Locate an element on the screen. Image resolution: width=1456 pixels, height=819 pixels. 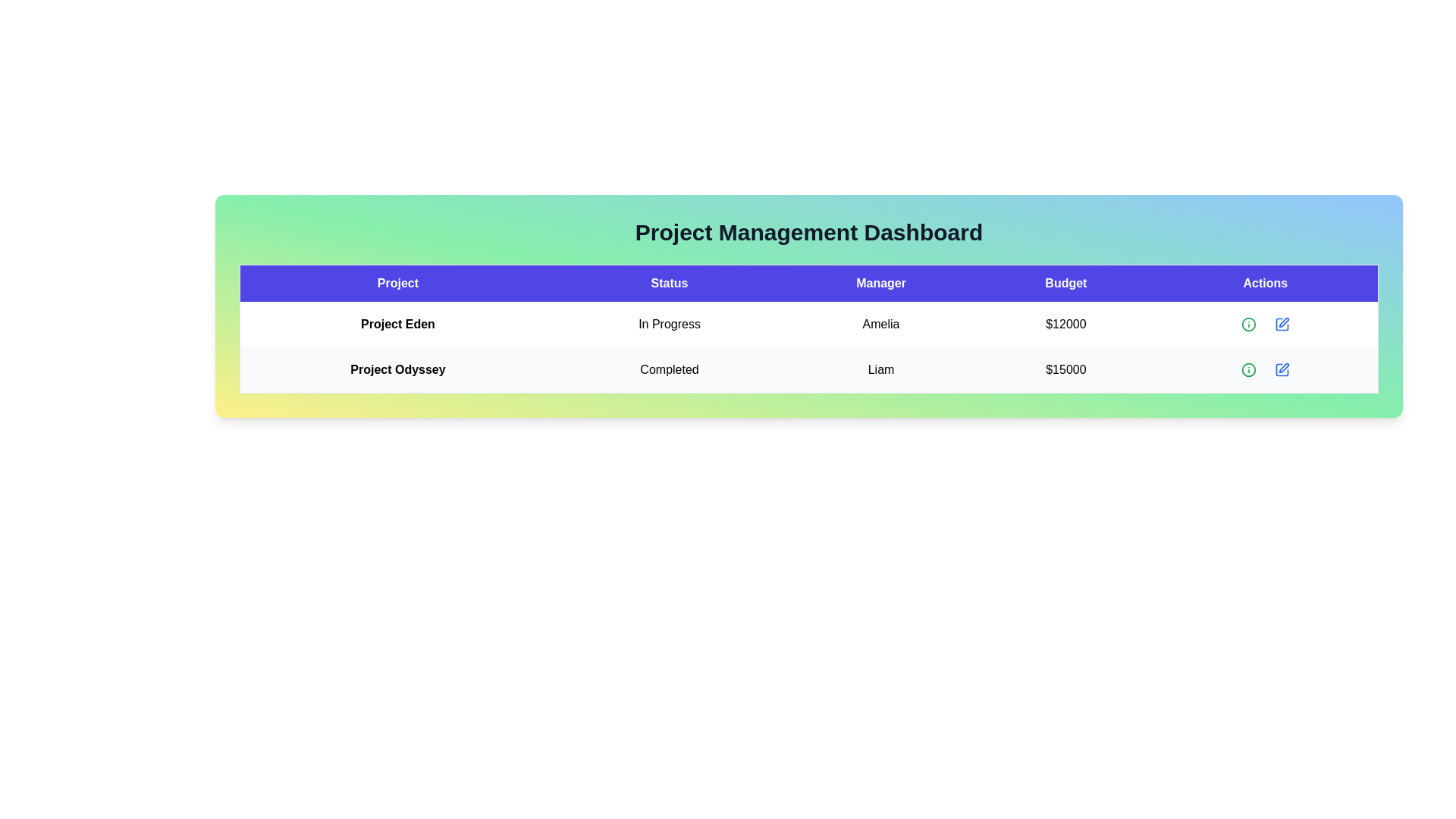
the manager's name text display, which is located in the third column of the second row of the table, adjacent to 'Completed' and '$15000' is located at coordinates (880, 370).